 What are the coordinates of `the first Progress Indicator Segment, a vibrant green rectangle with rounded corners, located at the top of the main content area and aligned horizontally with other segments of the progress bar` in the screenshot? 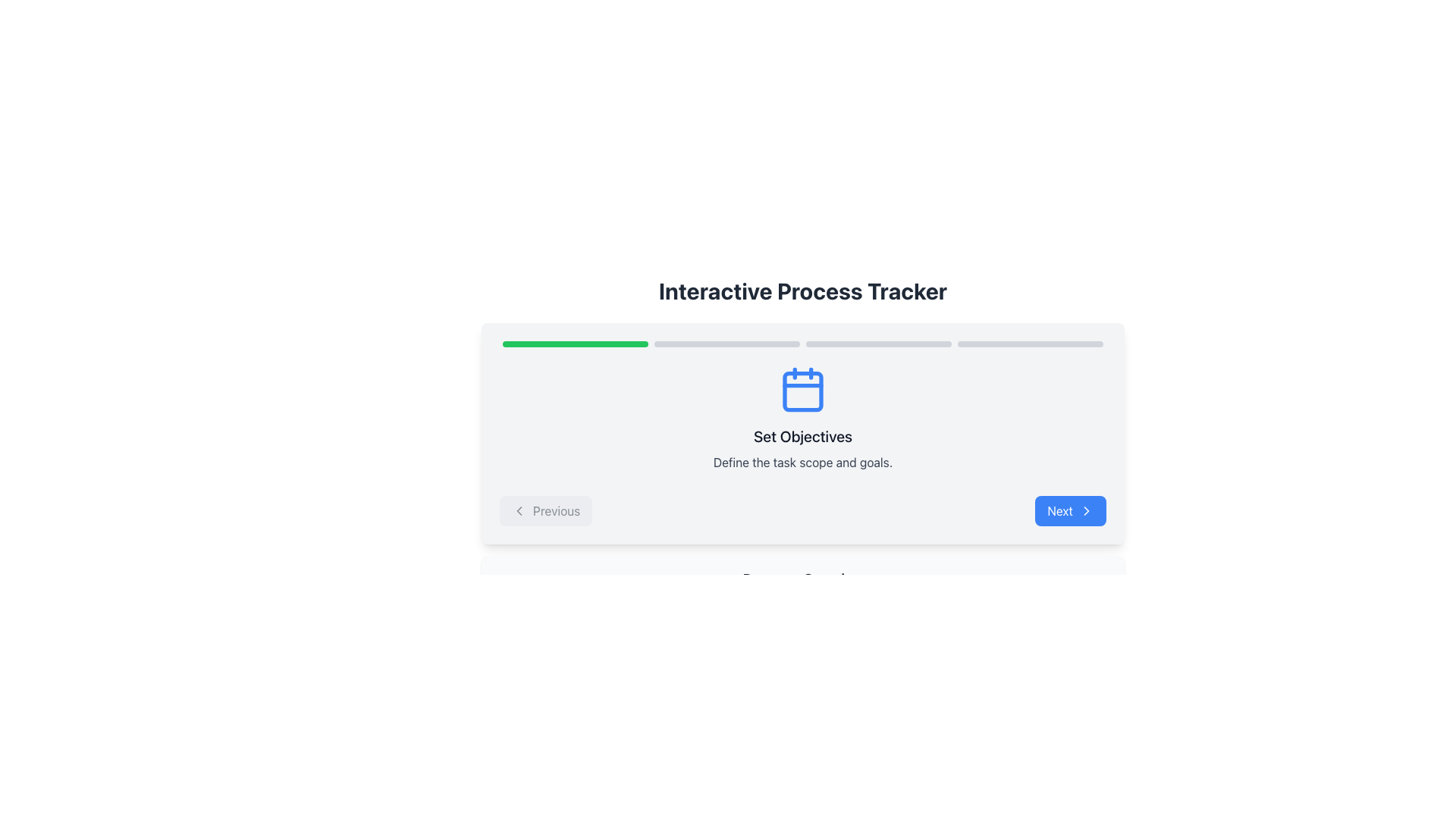 It's located at (574, 344).